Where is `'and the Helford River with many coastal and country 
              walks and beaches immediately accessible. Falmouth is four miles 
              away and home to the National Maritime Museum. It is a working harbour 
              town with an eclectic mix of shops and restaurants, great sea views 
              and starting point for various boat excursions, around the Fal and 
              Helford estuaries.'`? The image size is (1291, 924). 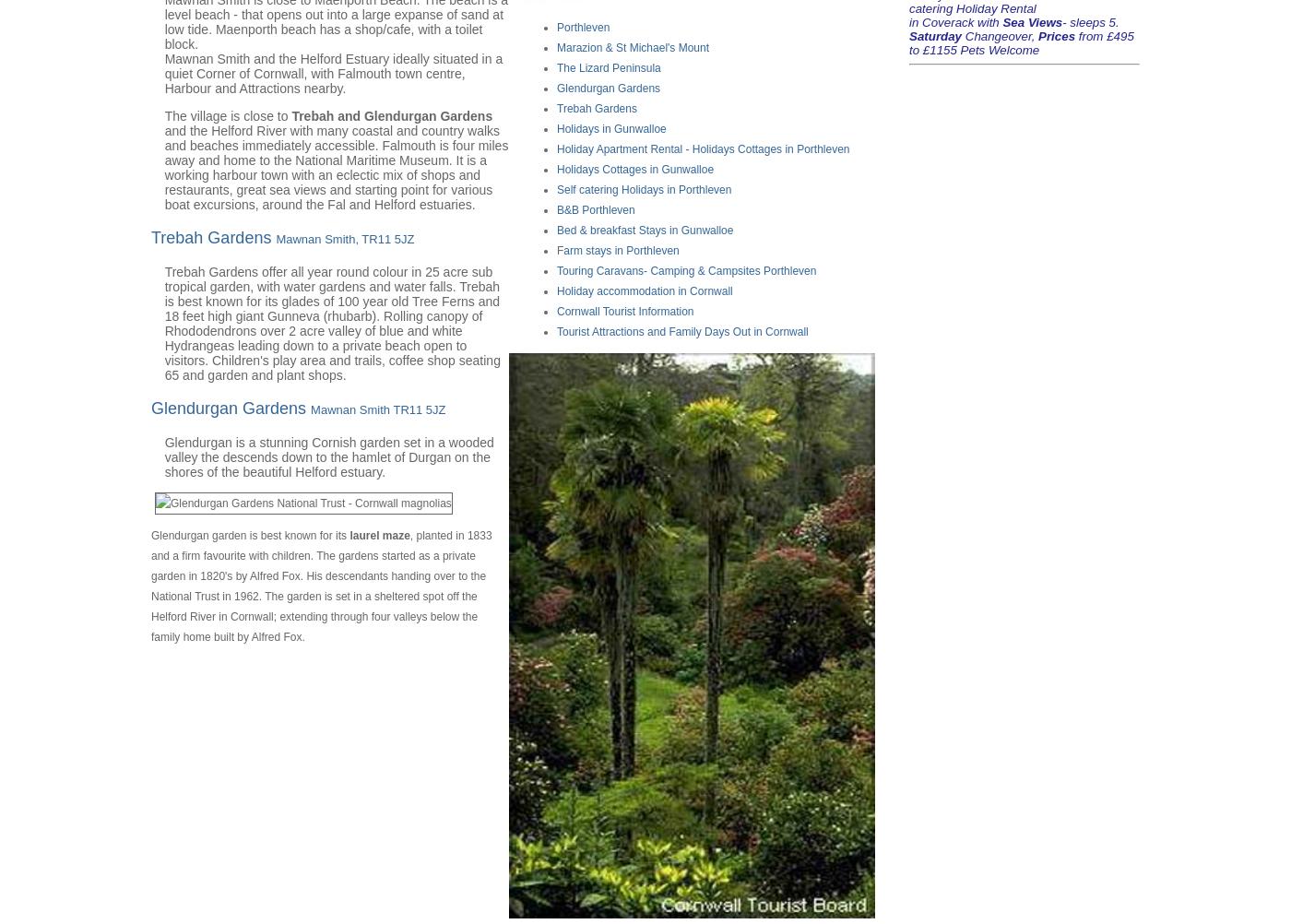
'and the Helford River with many coastal and country 
              walks and beaches immediately accessible. Falmouth is four miles 
              away and home to the National Maritime Museum. It is a working harbour 
              town with an eclectic mix of shops and restaurants, great sea views 
              and starting point for various boat excursions, around the Fal and 
              Helford estuaries.' is located at coordinates (336, 166).